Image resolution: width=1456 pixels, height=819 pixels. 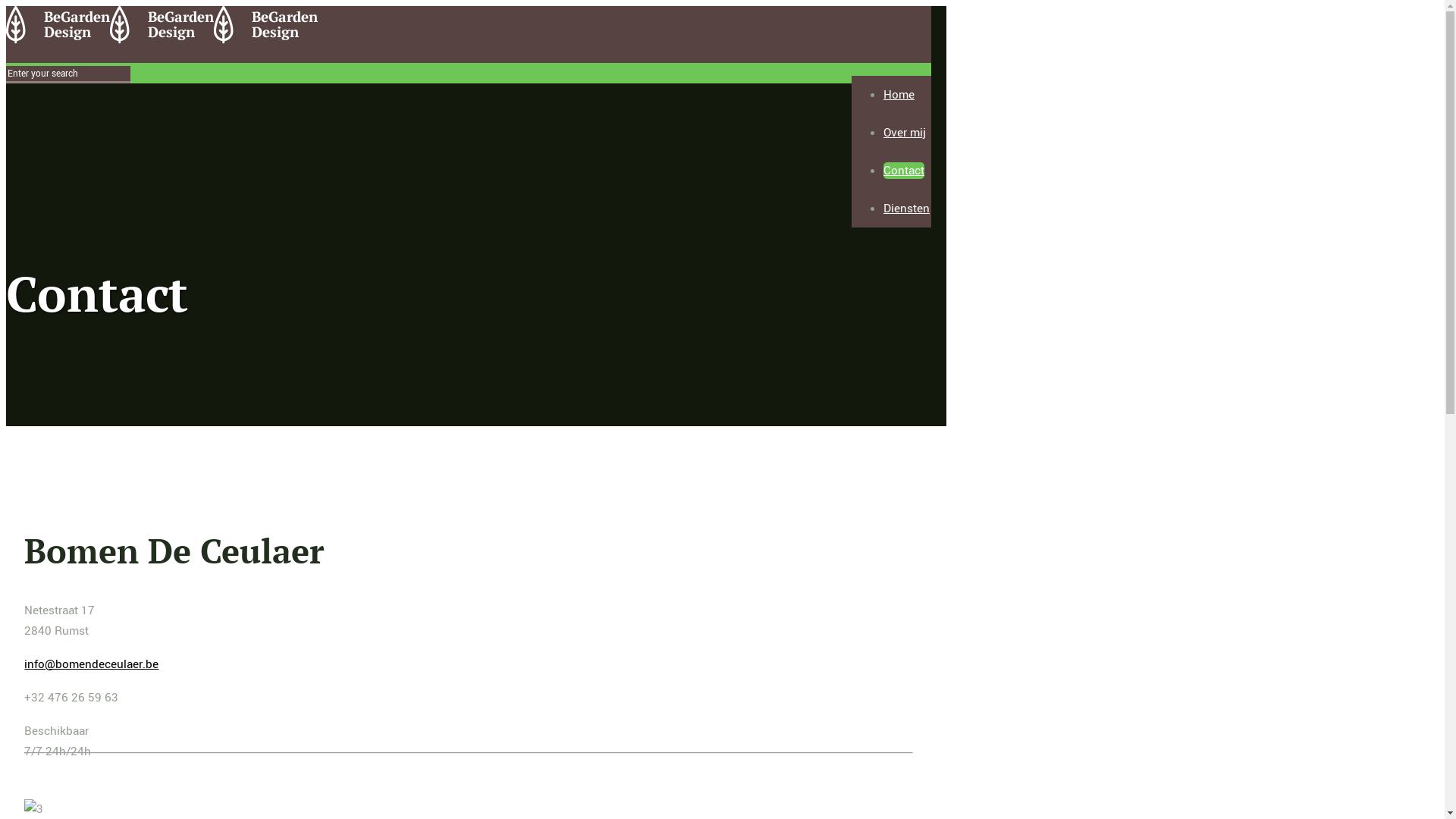 I want to click on 'Bomen De Ceulaer', so click(x=162, y=39).